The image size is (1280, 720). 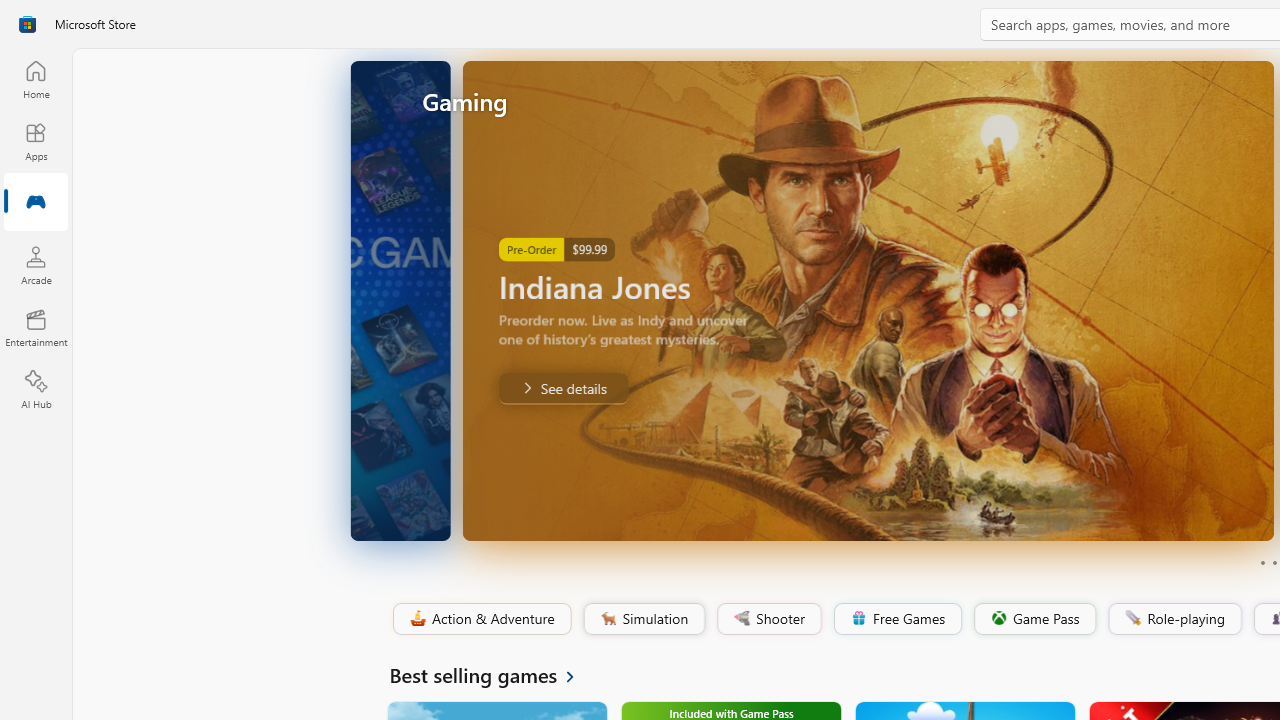 What do you see at coordinates (1261, 563) in the screenshot?
I see `'Page 1'` at bounding box center [1261, 563].